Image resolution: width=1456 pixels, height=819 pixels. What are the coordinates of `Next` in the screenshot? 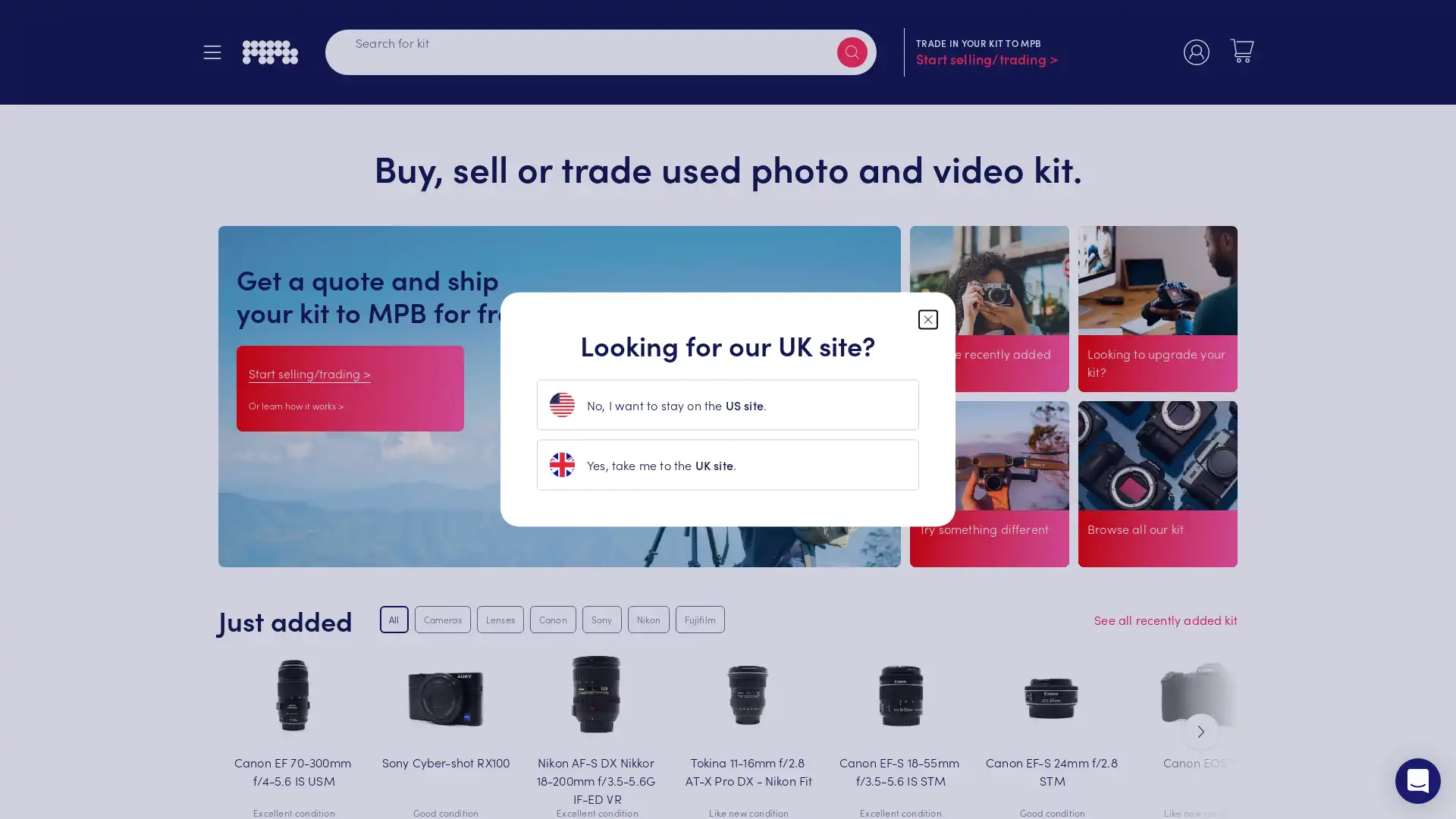 It's located at (1200, 730).